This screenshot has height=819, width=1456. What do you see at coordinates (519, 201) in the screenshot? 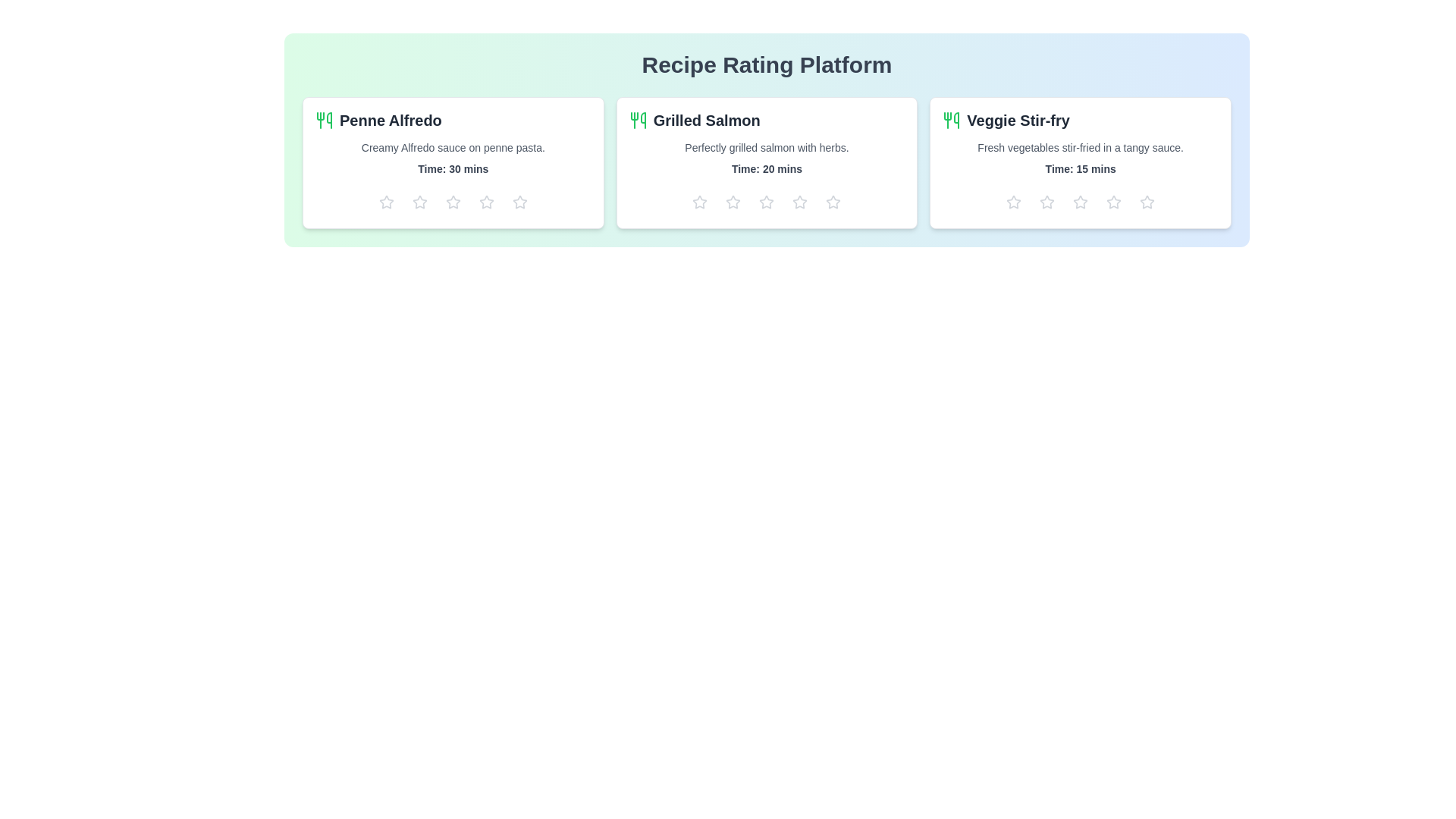
I see `the star icon to set the rating to 5 for the recipe Penne Alfredo` at bounding box center [519, 201].